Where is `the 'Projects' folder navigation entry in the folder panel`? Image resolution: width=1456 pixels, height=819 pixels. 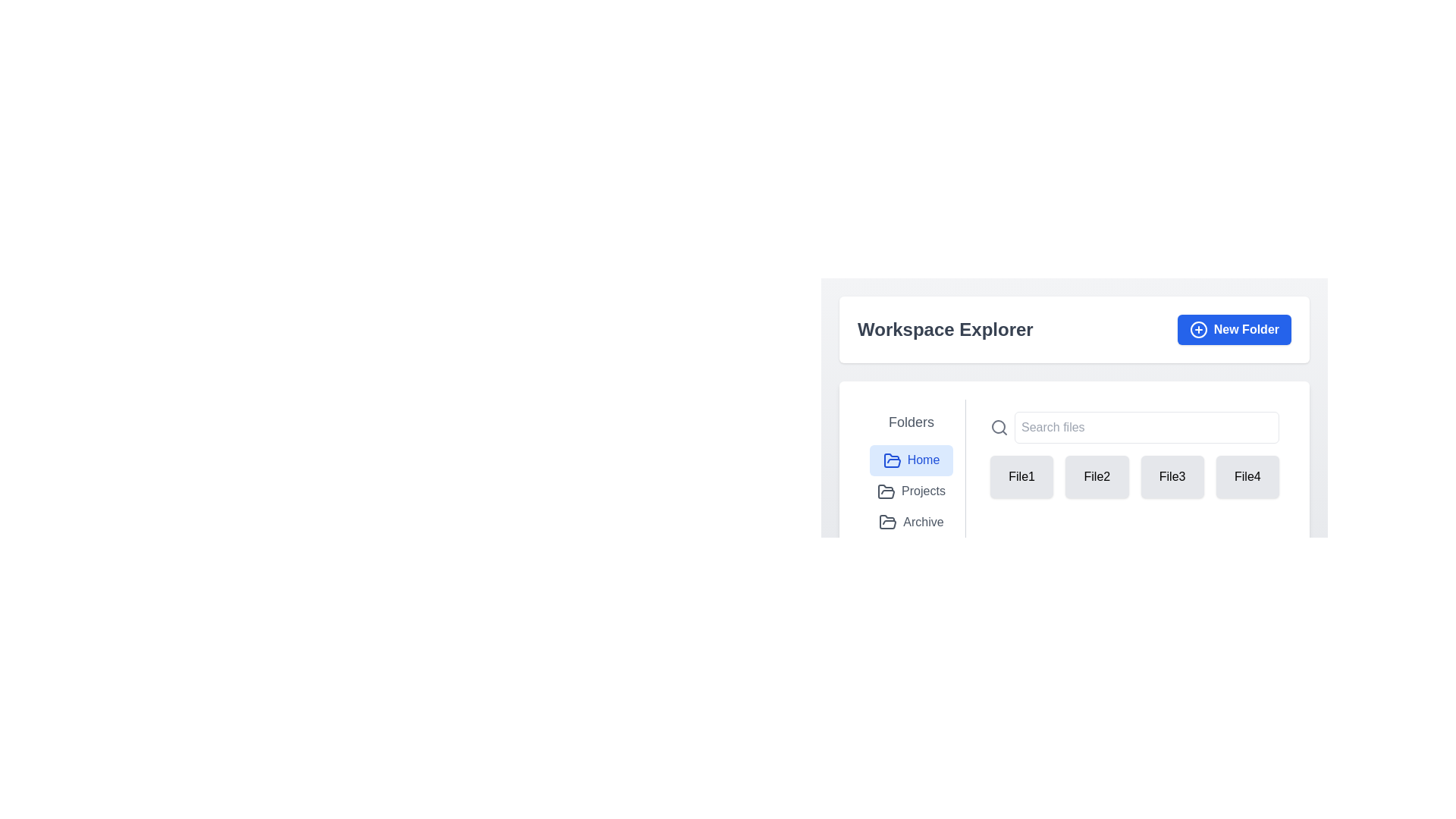
the 'Projects' folder navigation entry in the folder panel is located at coordinates (910, 491).